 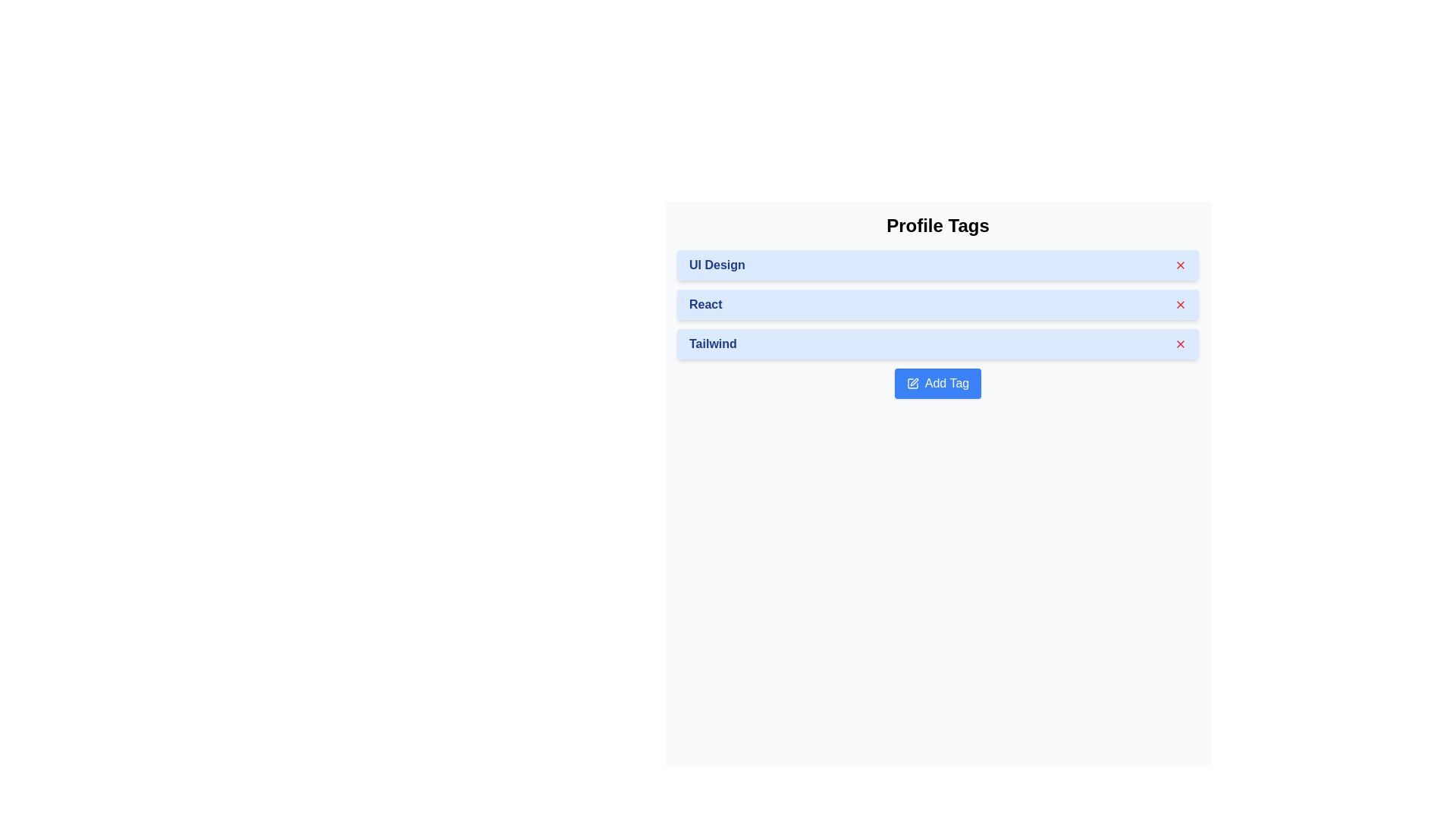 I want to click on the button with a blue background and white text that reads 'Add Tag', which features a pen icon and is located at the bottom of the list of tags, so click(x=937, y=382).